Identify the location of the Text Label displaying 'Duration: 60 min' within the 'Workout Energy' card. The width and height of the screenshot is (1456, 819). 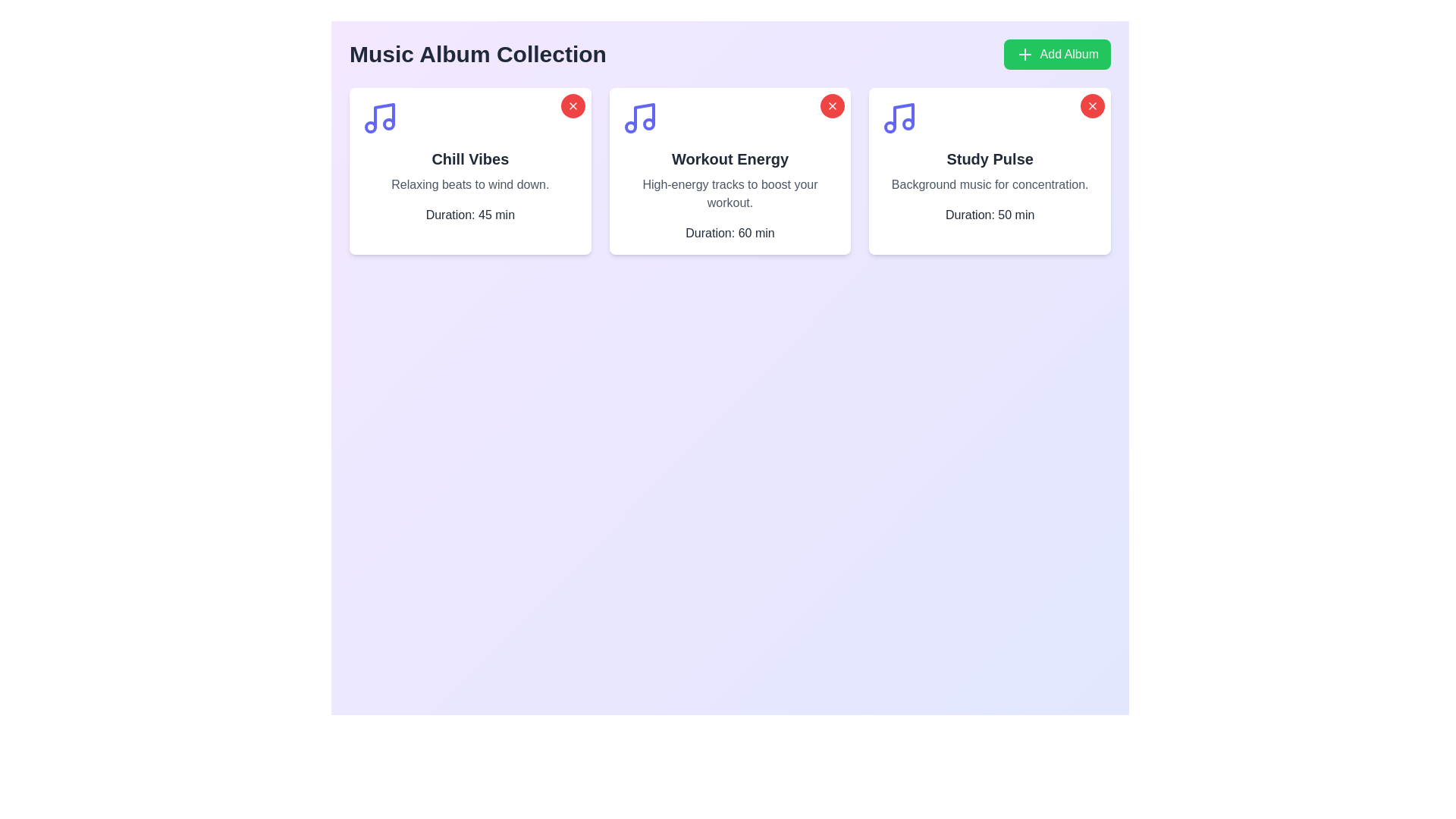
(730, 234).